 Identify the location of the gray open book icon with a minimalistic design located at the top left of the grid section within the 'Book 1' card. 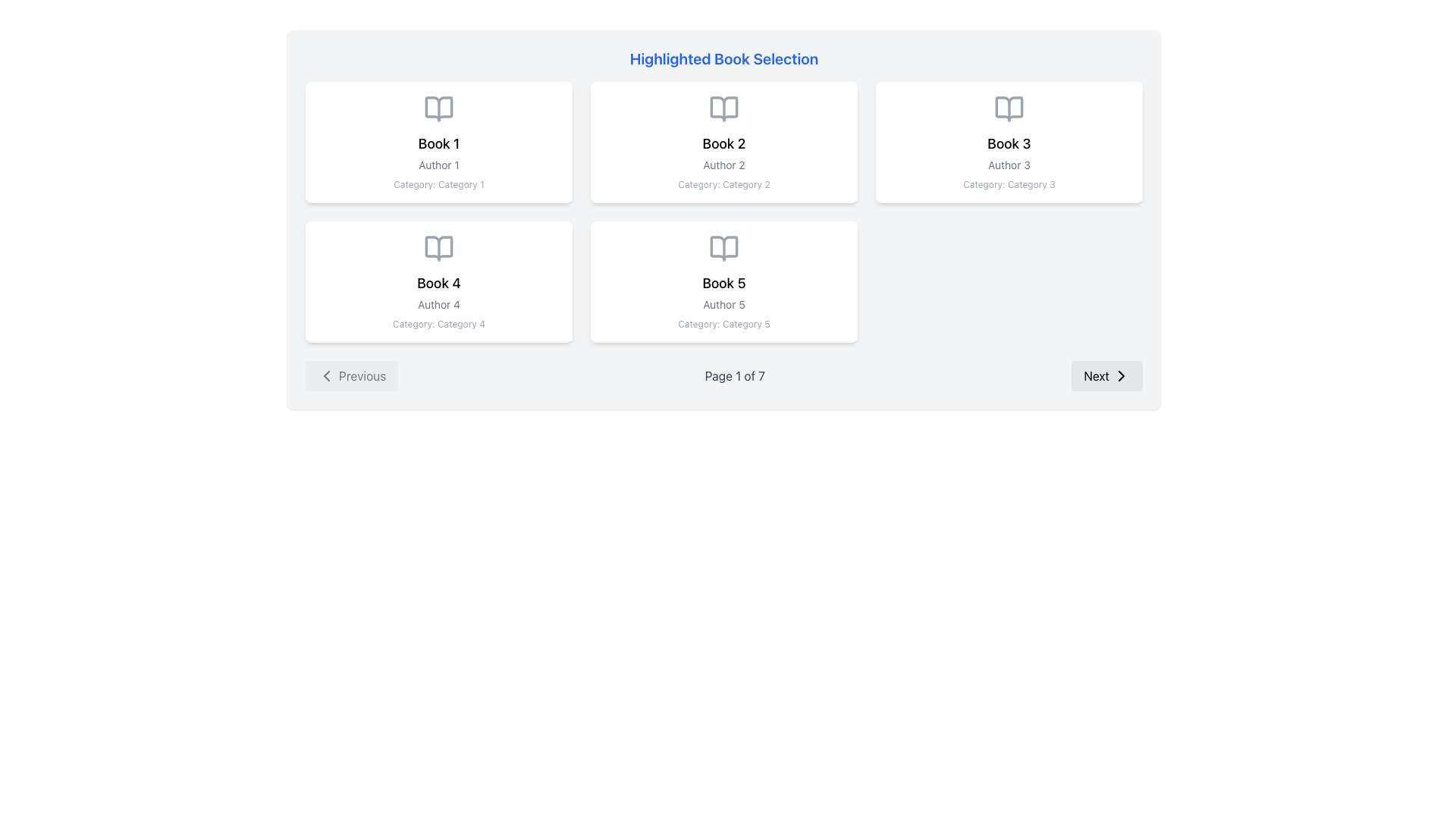
(438, 108).